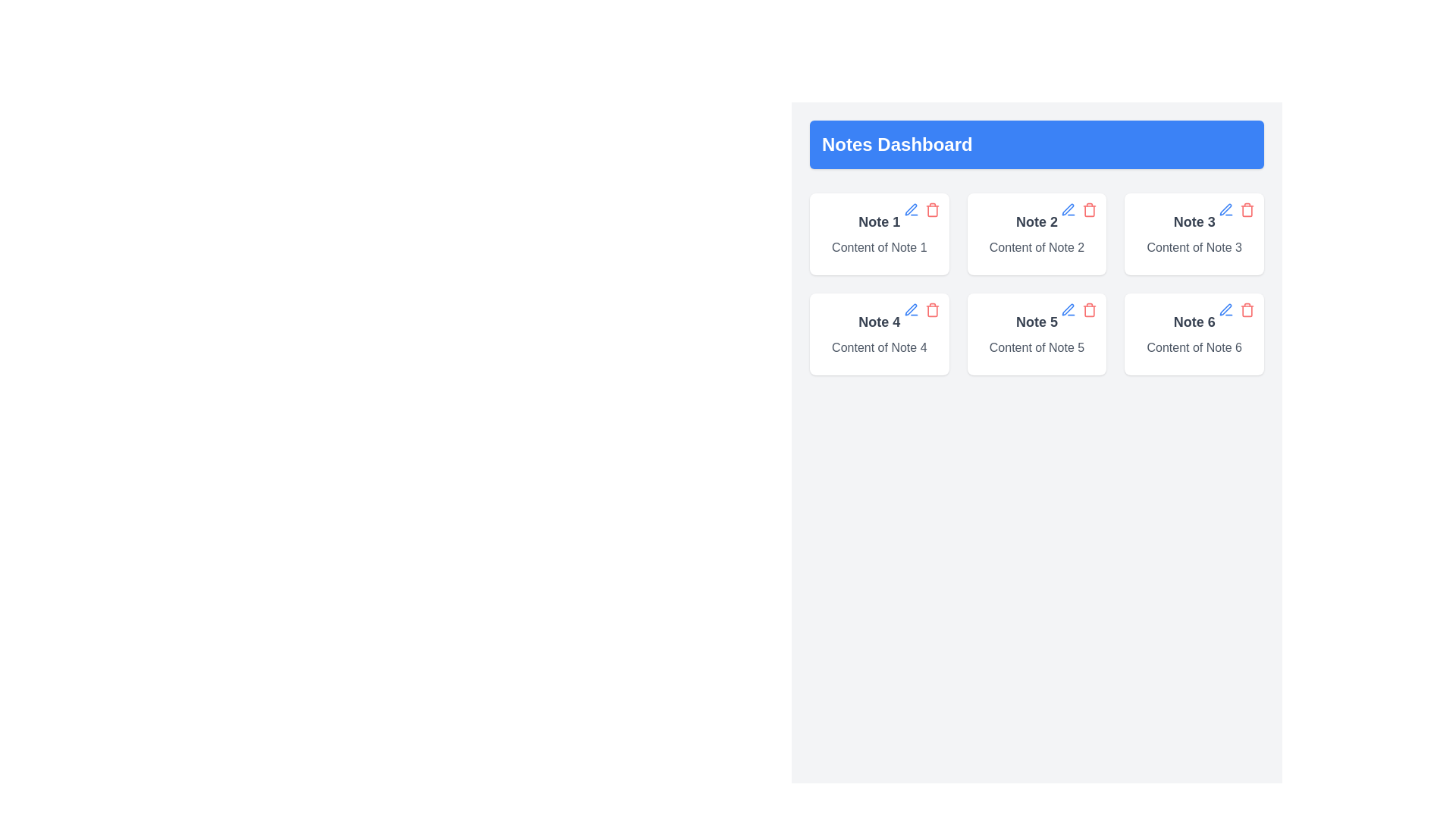 Image resolution: width=1456 pixels, height=819 pixels. Describe the element at coordinates (1089, 210) in the screenshot. I see `the red-colored trash icon in the top-right corner of the 'Note 2' card` at that location.